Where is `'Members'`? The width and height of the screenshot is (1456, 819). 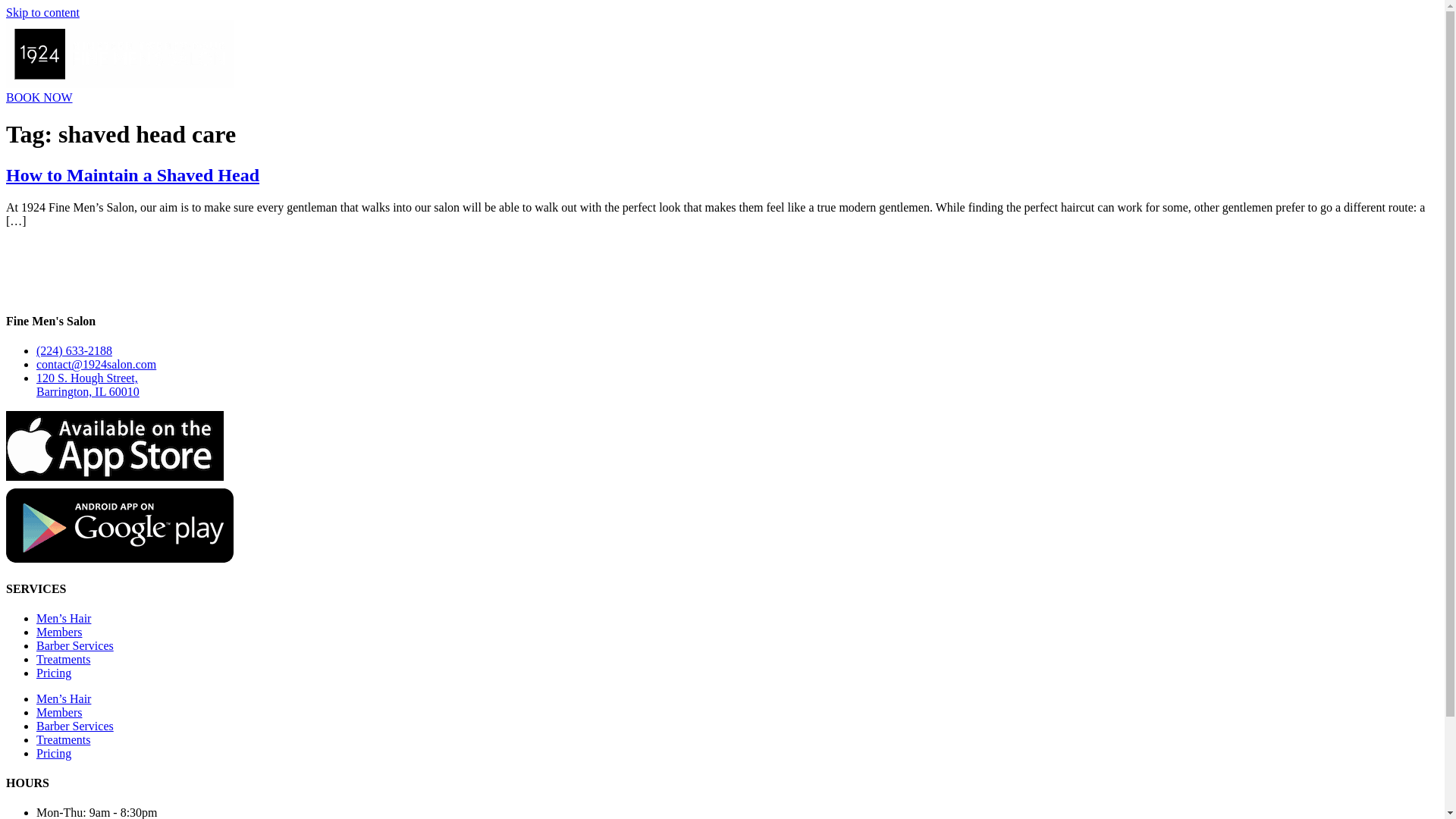
'Members' is located at coordinates (58, 712).